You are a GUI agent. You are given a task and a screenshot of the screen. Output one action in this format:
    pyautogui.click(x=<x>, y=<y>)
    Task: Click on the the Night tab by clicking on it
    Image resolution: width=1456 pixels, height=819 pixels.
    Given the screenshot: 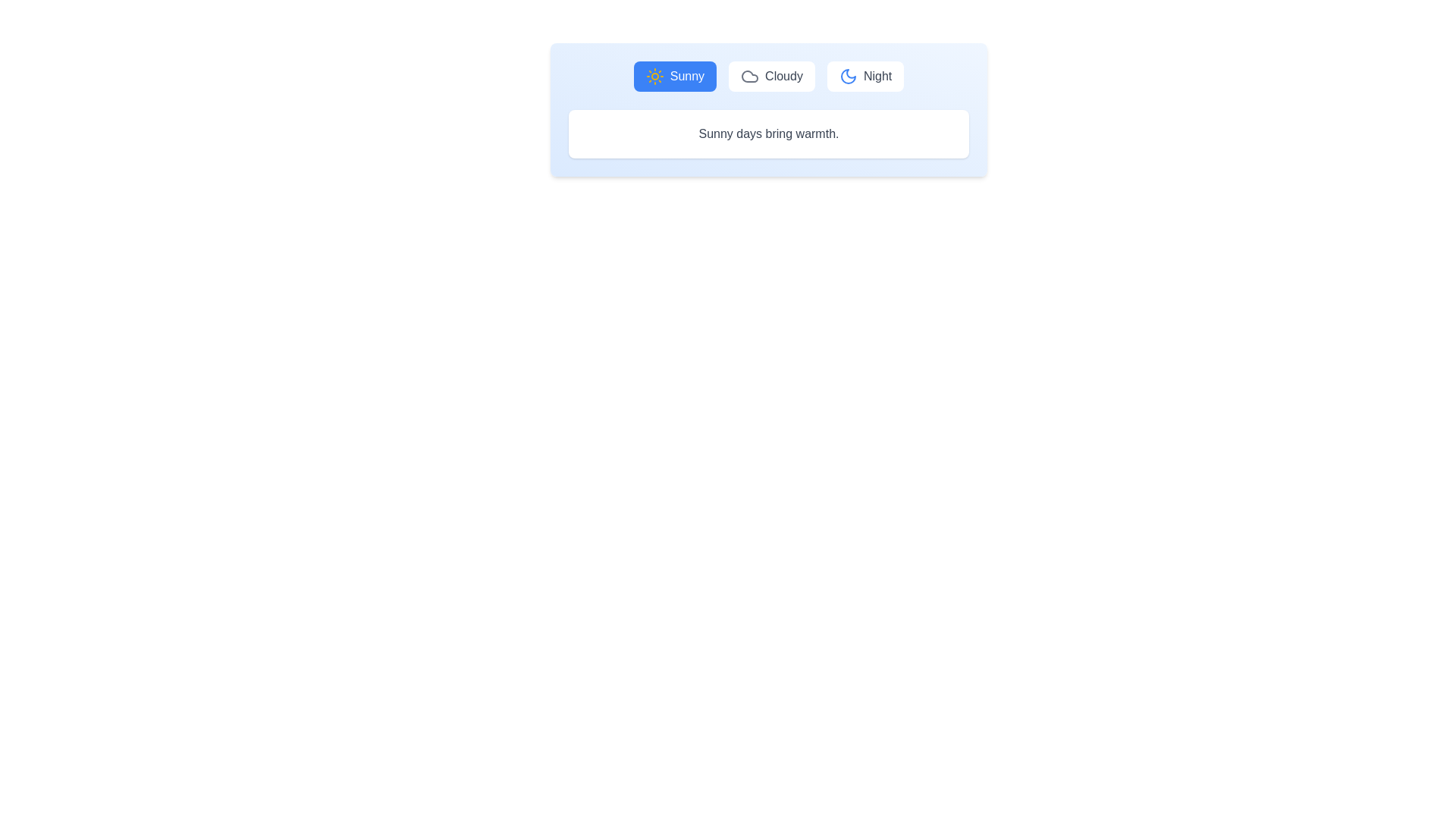 What is the action you would take?
    pyautogui.click(x=865, y=76)
    